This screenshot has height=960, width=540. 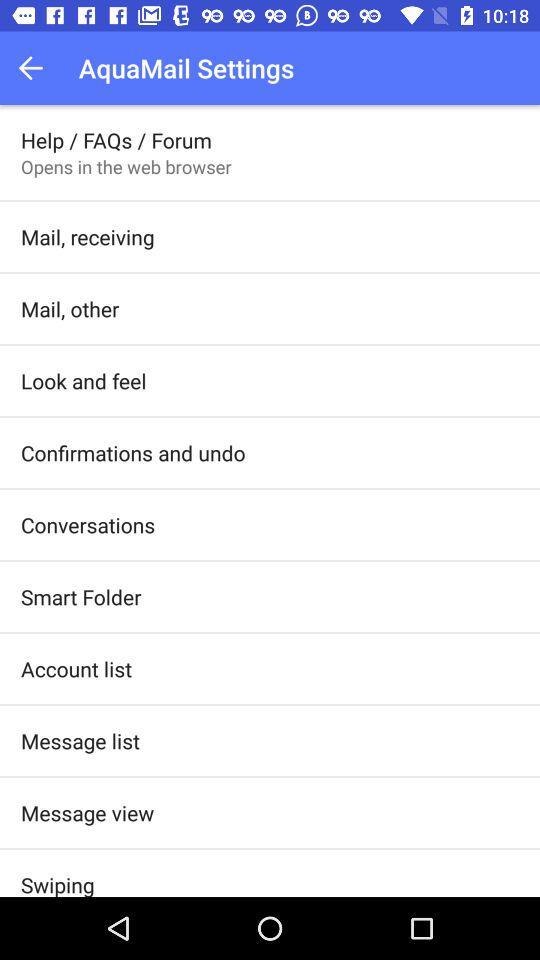 What do you see at coordinates (79, 740) in the screenshot?
I see `the message list icon` at bounding box center [79, 740].